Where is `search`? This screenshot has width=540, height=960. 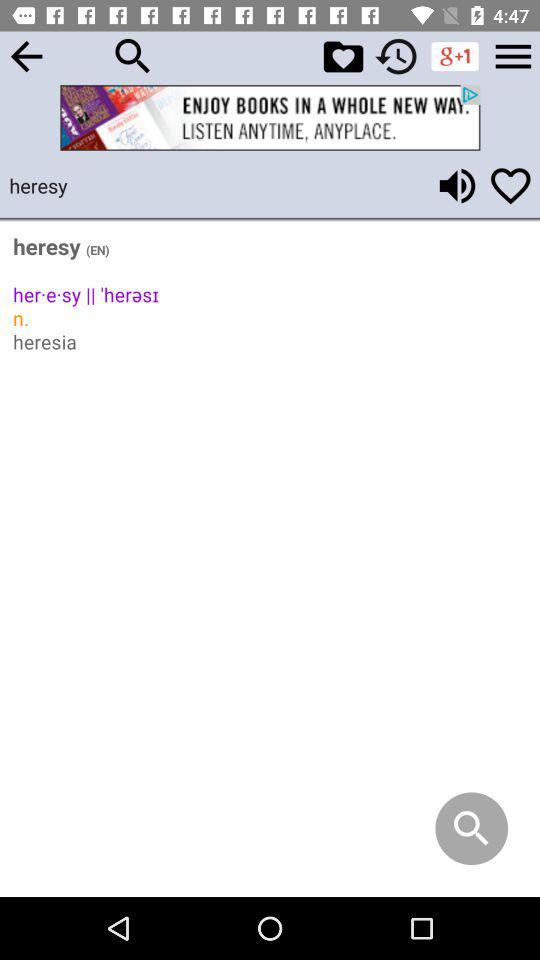
search is located at coordinates (133, 55).